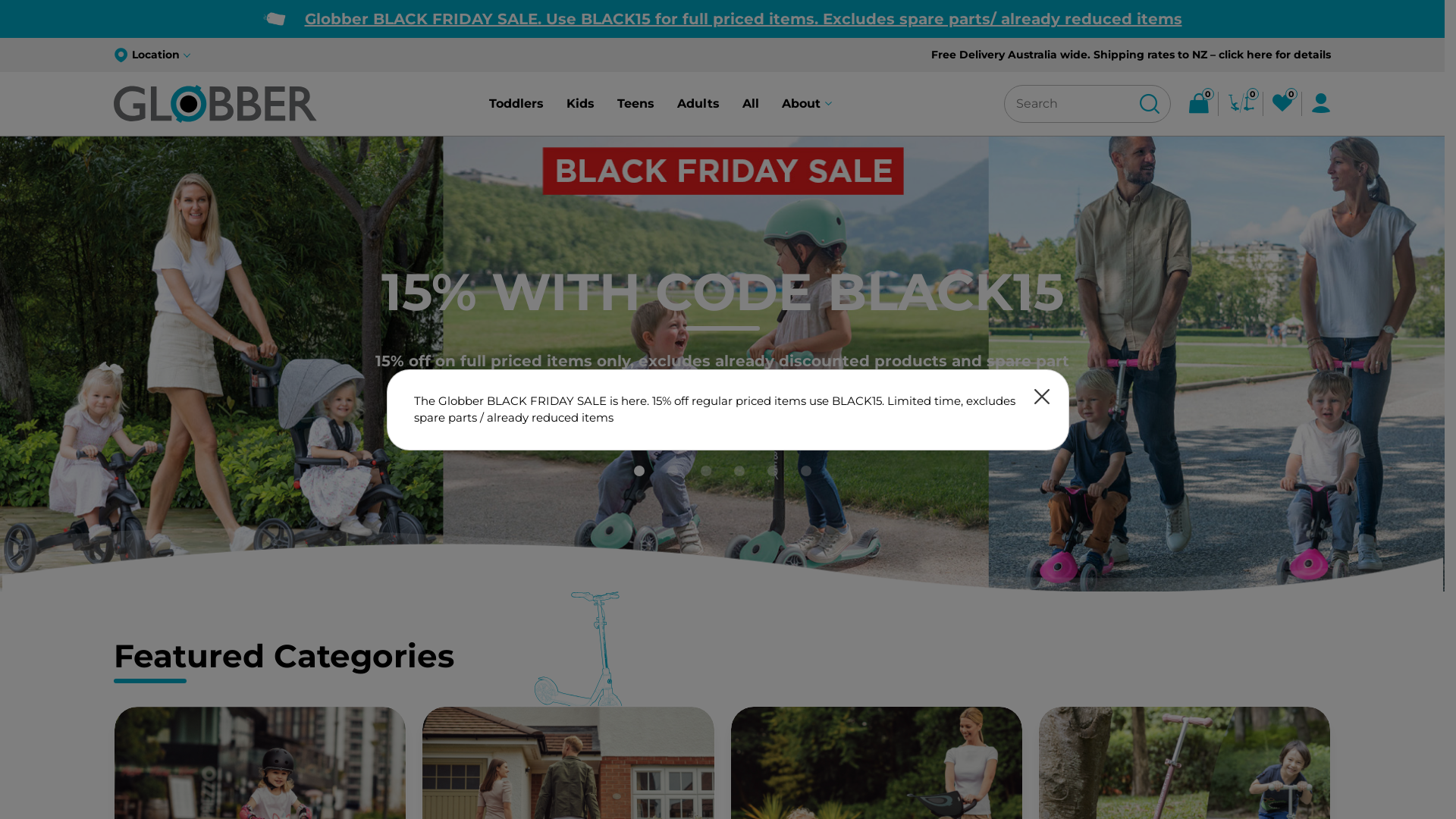 Image resolution: width=1456 pixels, height=819 pixels. I want to click on 'All', so click(750, 103).